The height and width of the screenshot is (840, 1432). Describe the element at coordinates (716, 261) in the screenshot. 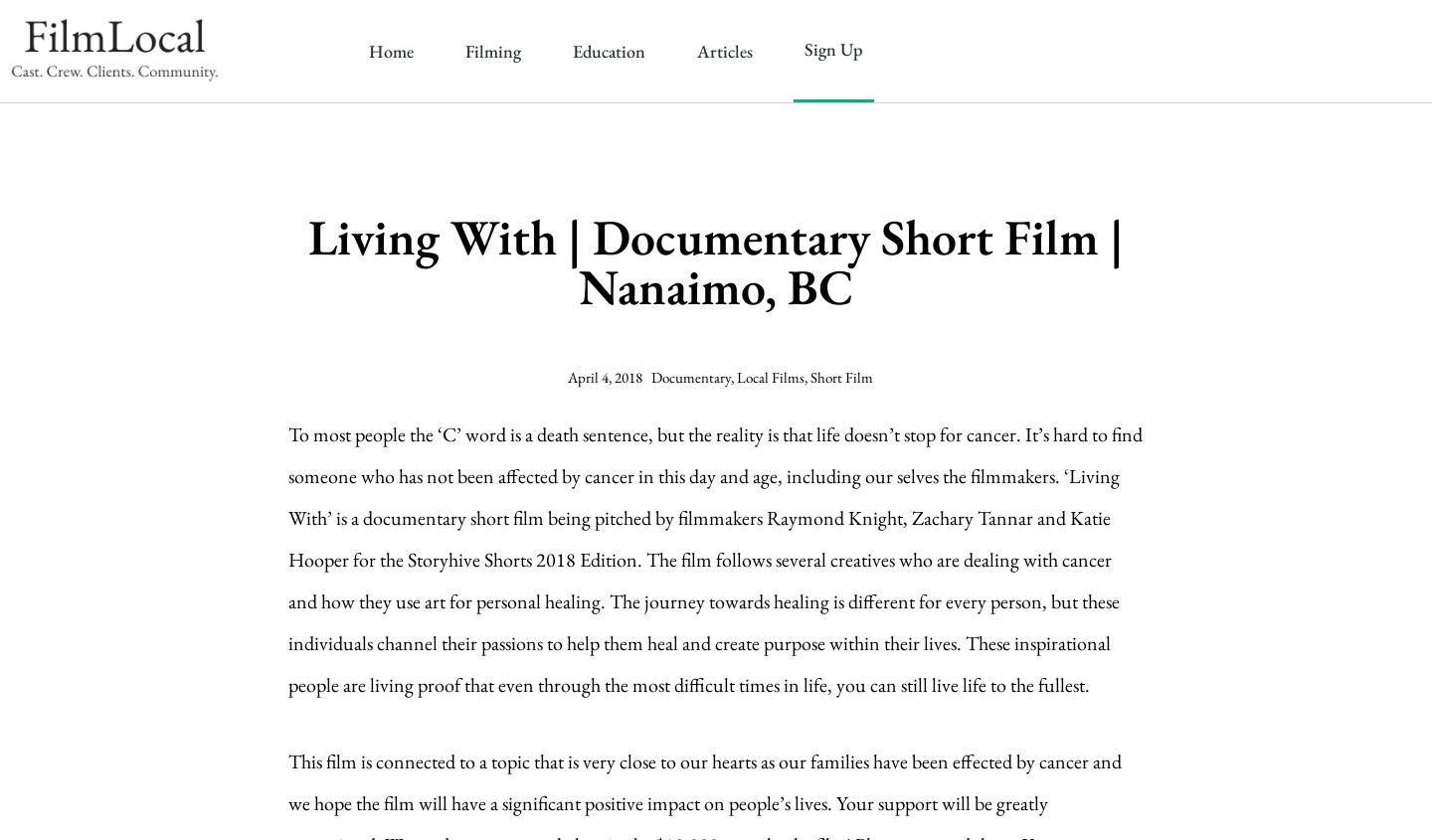

I see `'Living With | Documentary Short Film | Nanaimo, BC'` at that location.